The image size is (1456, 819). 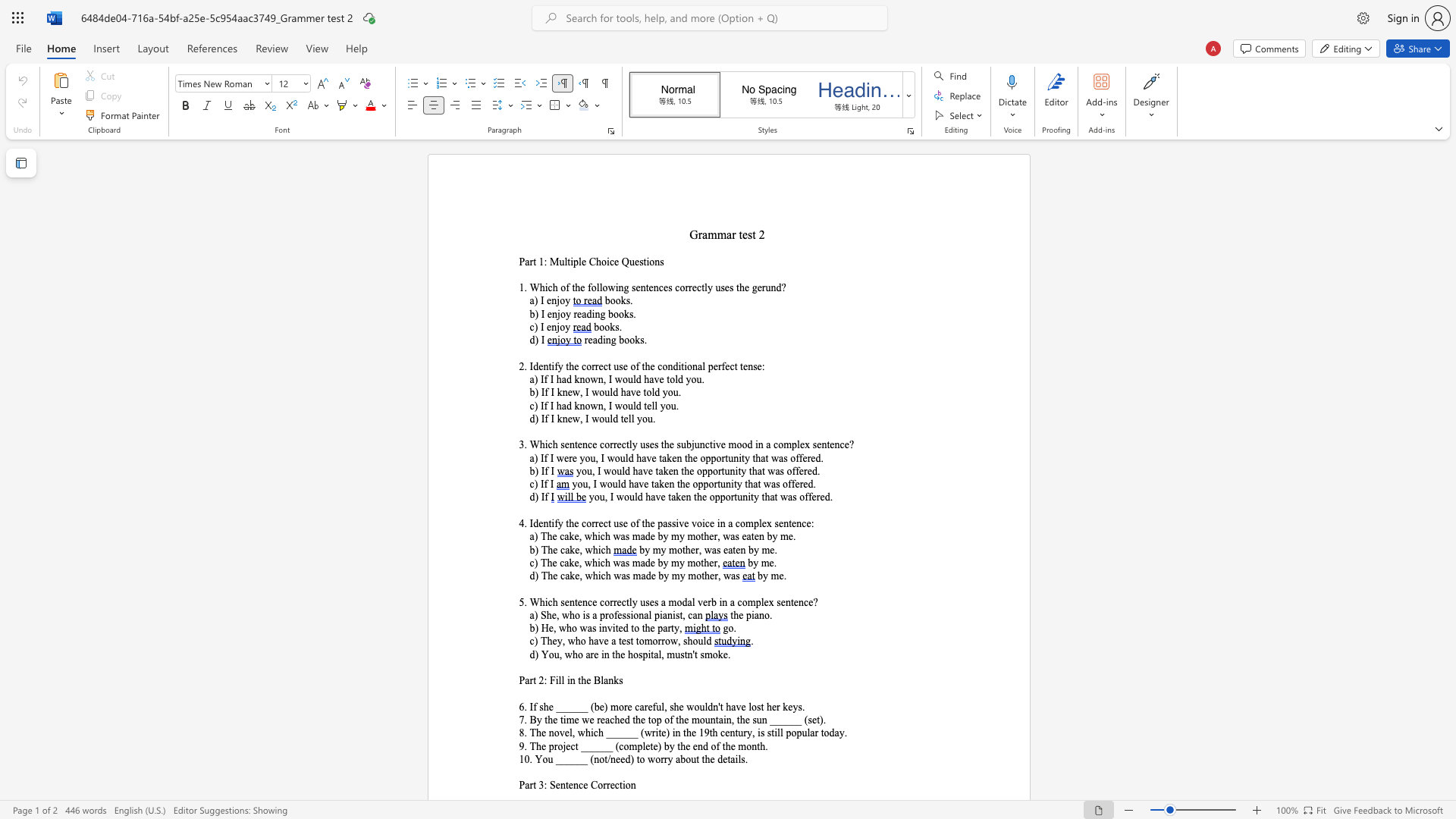 I want to click on the subset text "ve mood in a complex sentence?" within the text "3. Which sentence correctly uses the subjunctive mood in a complex sentence?", so click(x=714, y=444).